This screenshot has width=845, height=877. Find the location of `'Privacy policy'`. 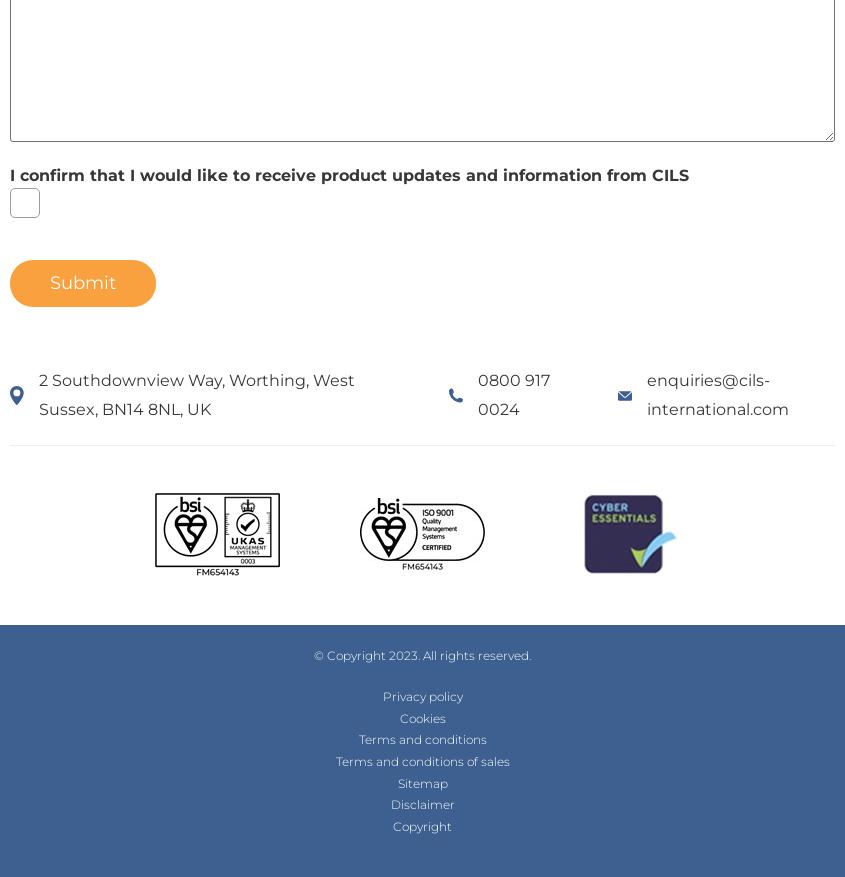

'Privacy policy' is located at coordinates (420, 695).